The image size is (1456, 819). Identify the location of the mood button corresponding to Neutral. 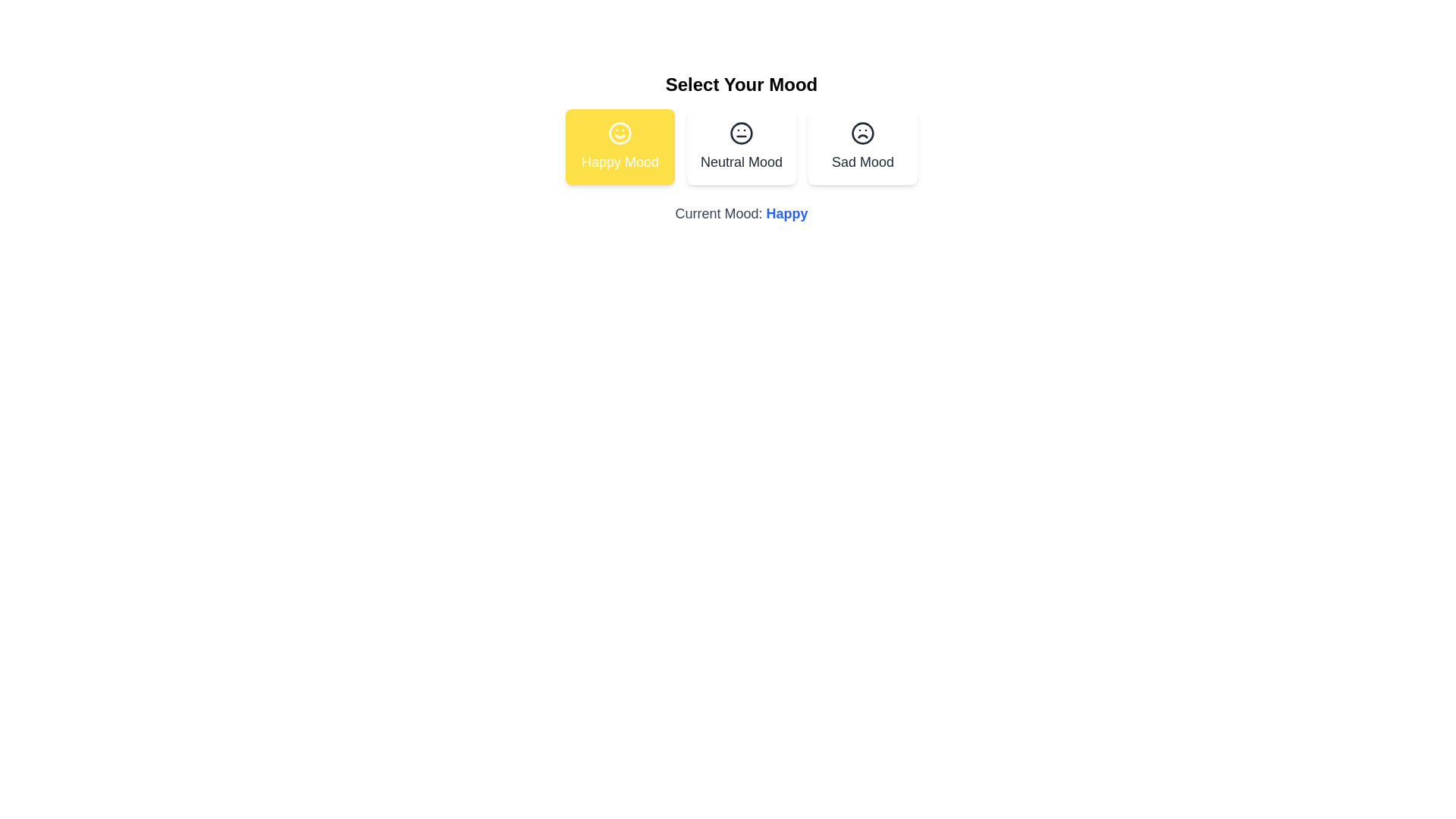
(742, 146).